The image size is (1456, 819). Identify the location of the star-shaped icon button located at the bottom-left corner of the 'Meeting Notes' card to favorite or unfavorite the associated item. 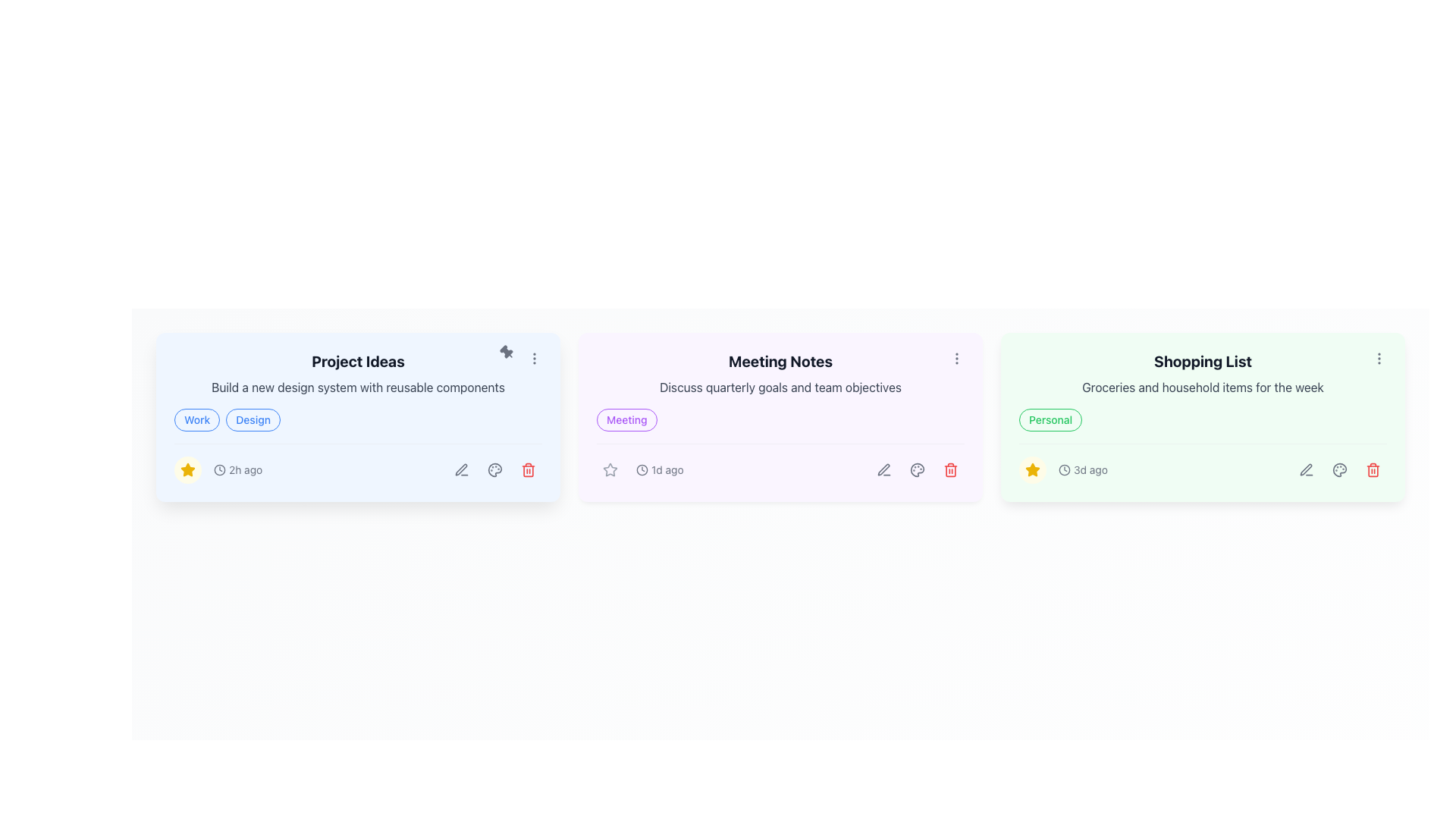
(610, 469).